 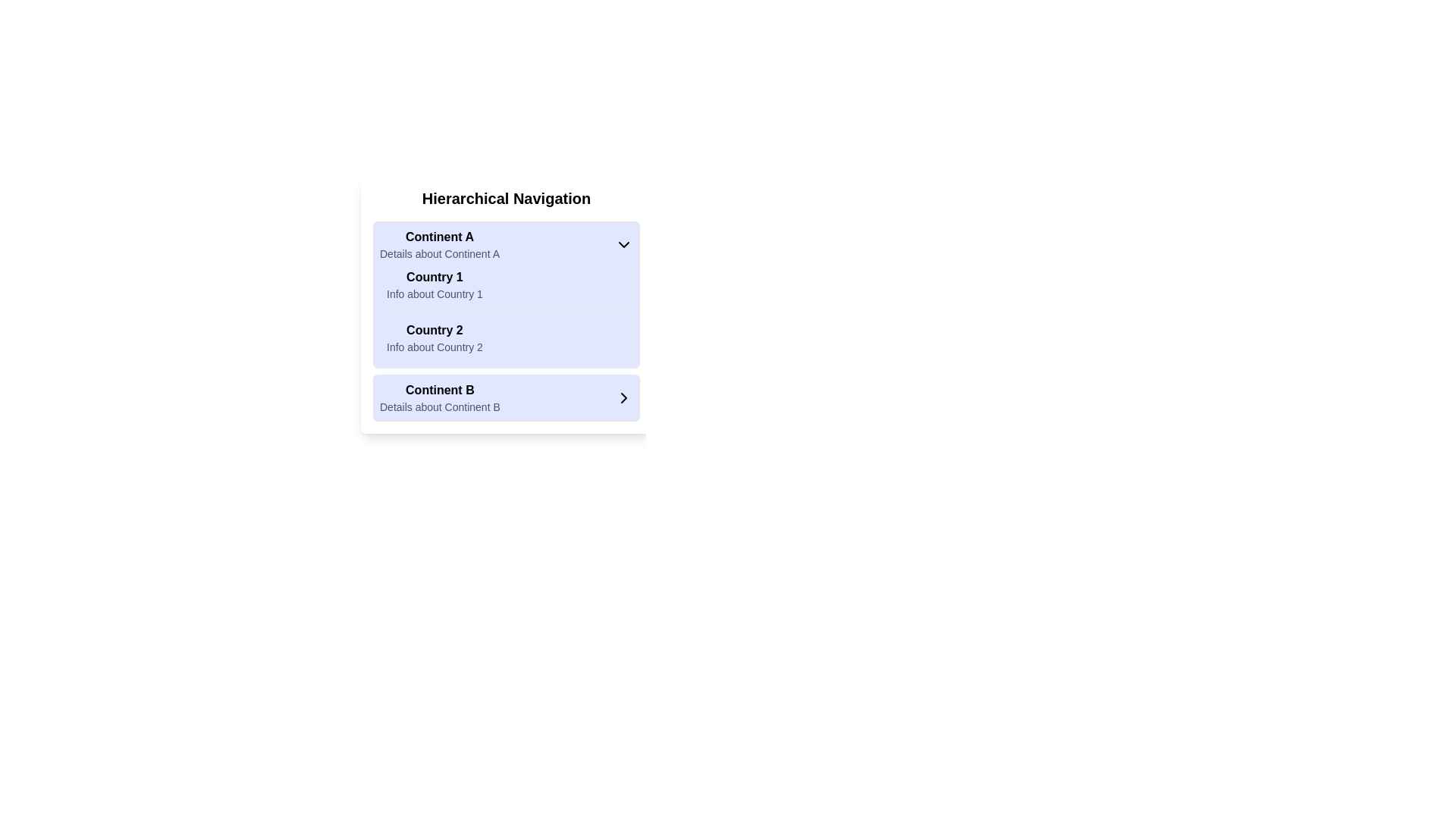 What do you see at coordinates (439, 389) in the screenshot?
I see `the label identifying 'Continent B' in the navigation panel, which serves as a heading for associated information and actions` at bounding box center [439, 389].